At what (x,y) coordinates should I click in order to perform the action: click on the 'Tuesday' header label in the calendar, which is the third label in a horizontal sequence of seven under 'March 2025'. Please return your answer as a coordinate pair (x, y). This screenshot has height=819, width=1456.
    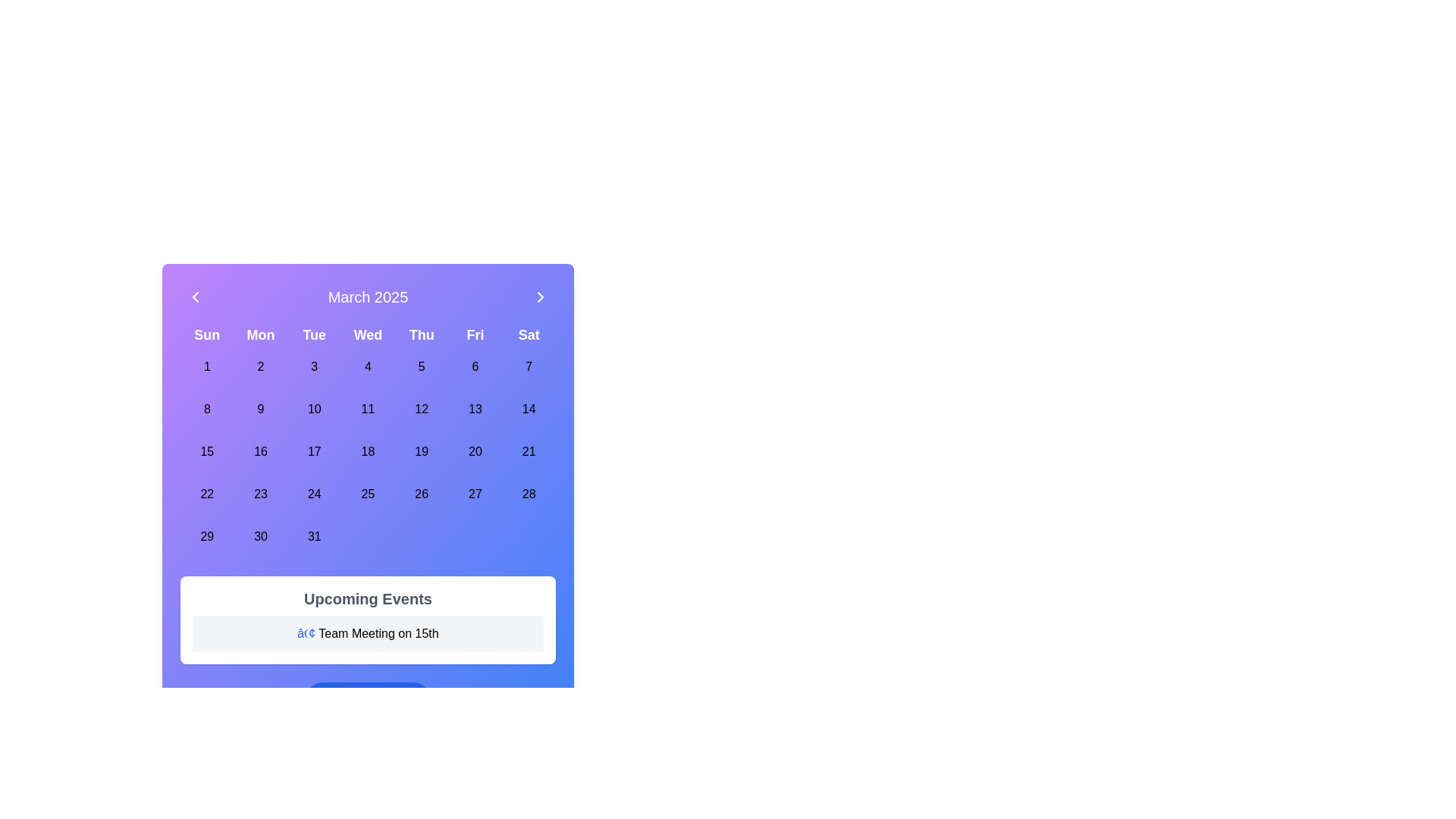
    Looking at the image, I should click on (313, 334).